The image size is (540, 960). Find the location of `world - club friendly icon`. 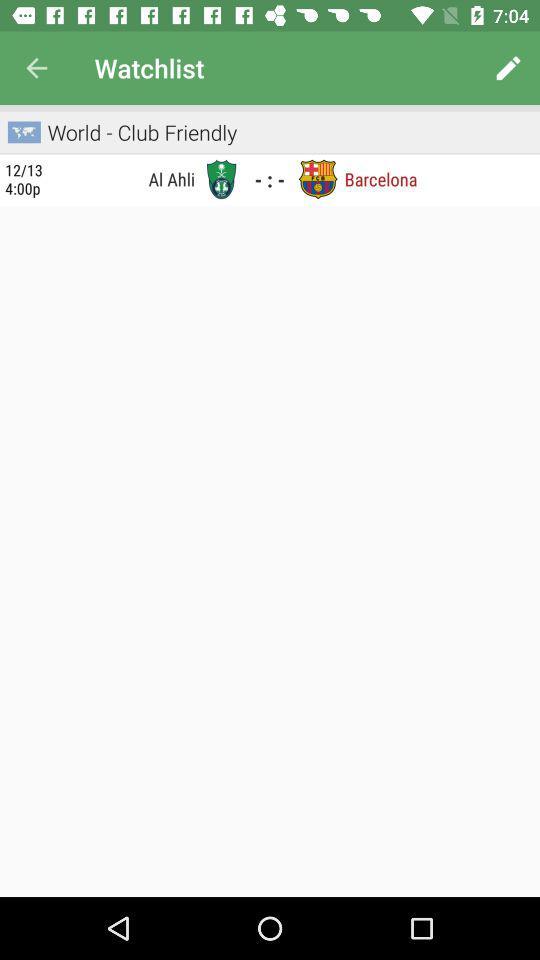

world - club friendly icon is located at coordinates (140, 131).